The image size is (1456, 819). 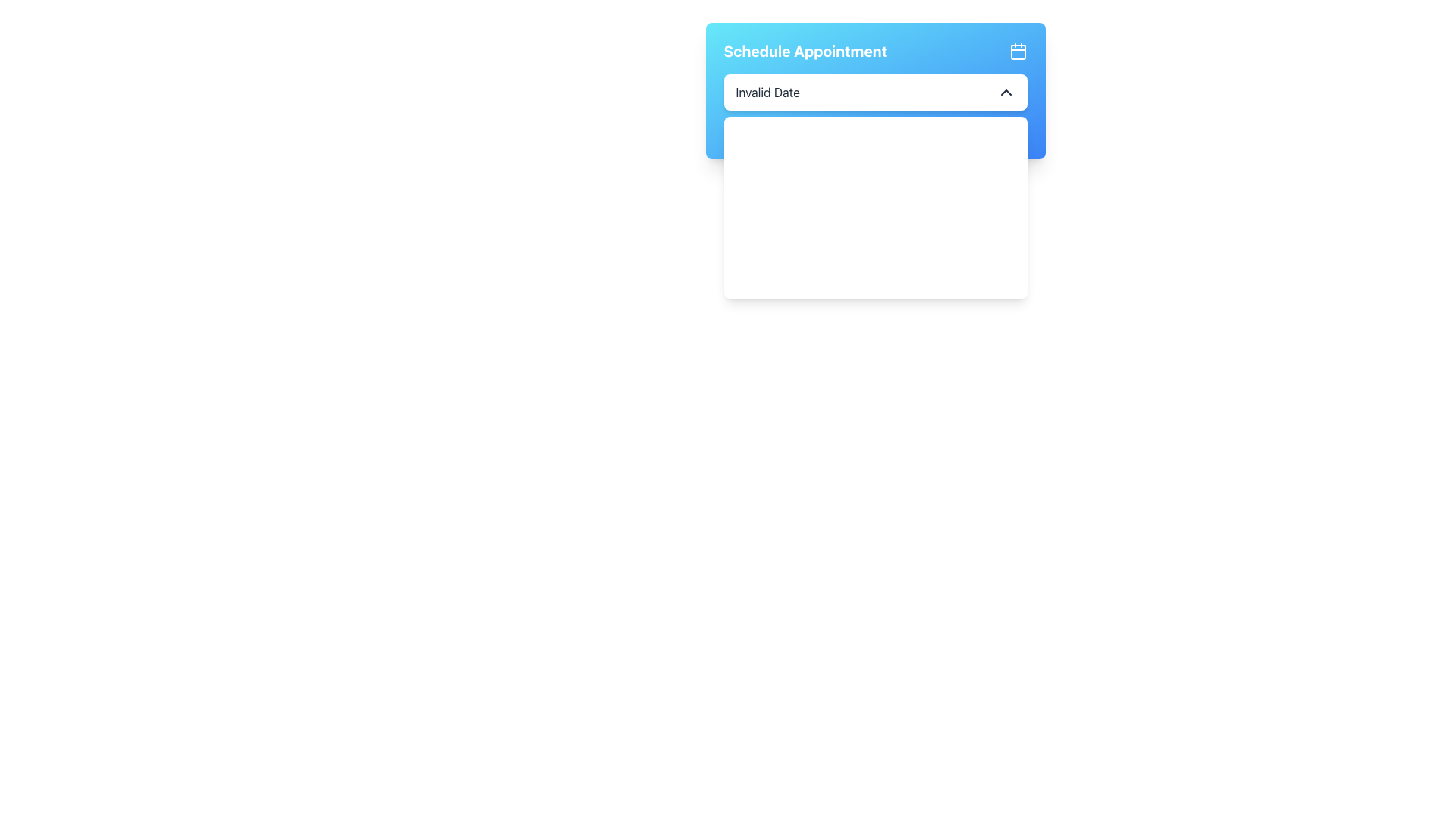 What do you see at coordinates (1018, 51) in the screenshot?
I see `the calendar icon with a blue background and white design located in the top-right corner next to the 'Schedule Appointment' title` at bounding box center [1018, 51].